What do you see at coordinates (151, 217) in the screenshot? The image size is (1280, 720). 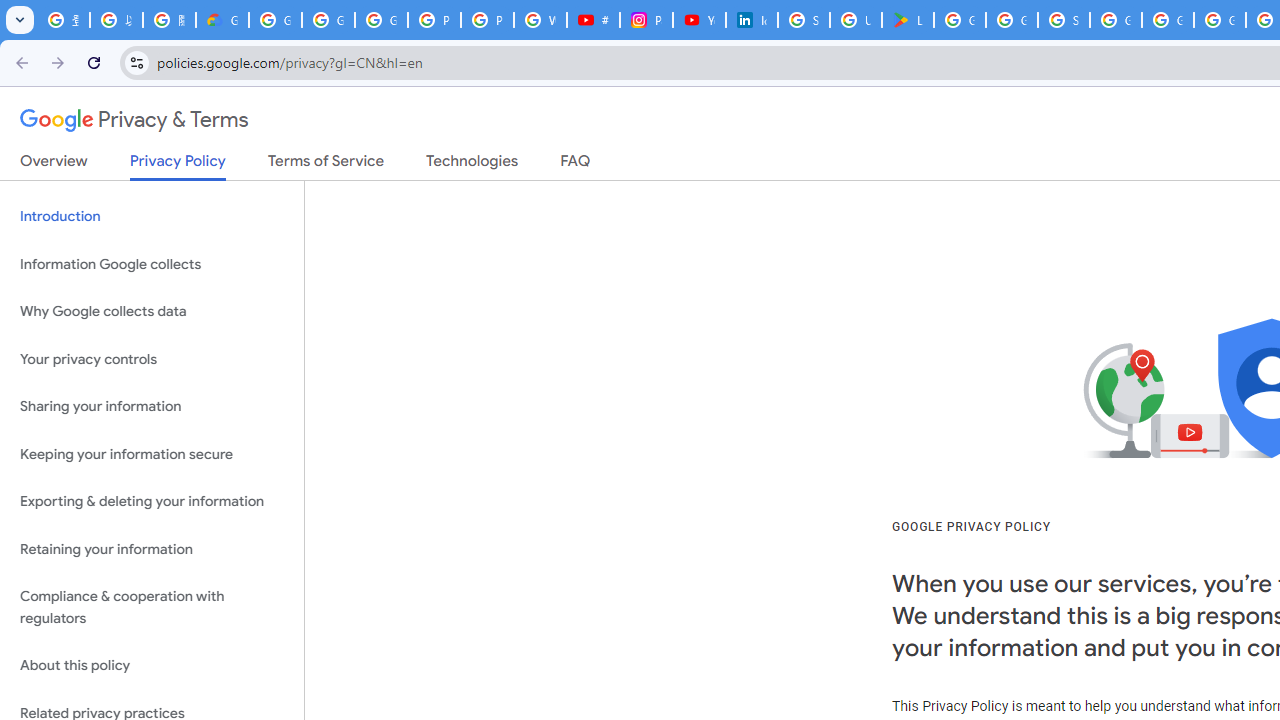 I see `'Introduction'` at bounding box center [151, 217].